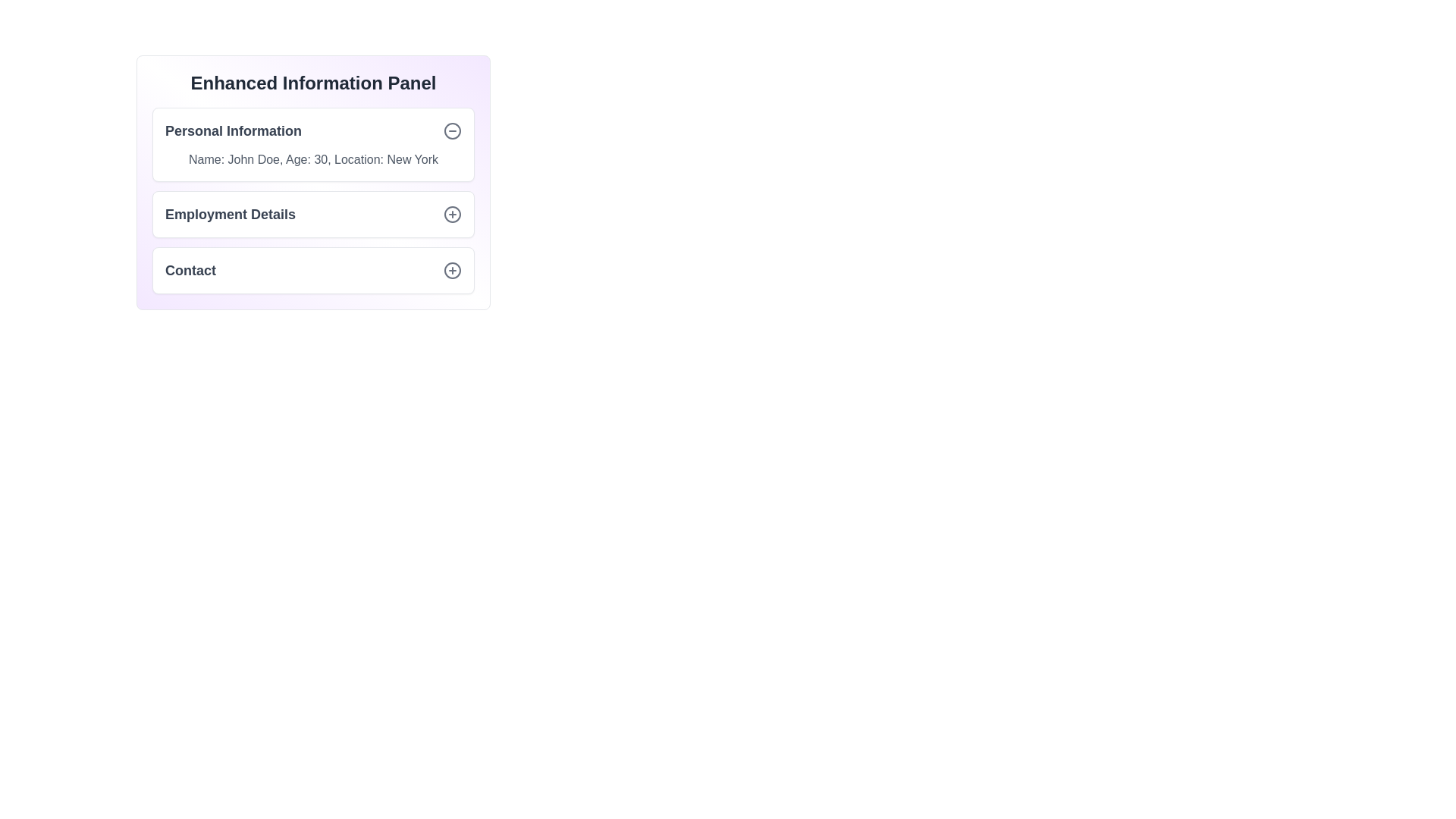 The height and width of the screenshot is (819, 1456). What do you see at coordinates (451, 270) in the screenshot?
I see `the button located to the right of the 'Contact' text in the third section of the 'Enhanced Information Panel'` at bounding box center [451, 270].